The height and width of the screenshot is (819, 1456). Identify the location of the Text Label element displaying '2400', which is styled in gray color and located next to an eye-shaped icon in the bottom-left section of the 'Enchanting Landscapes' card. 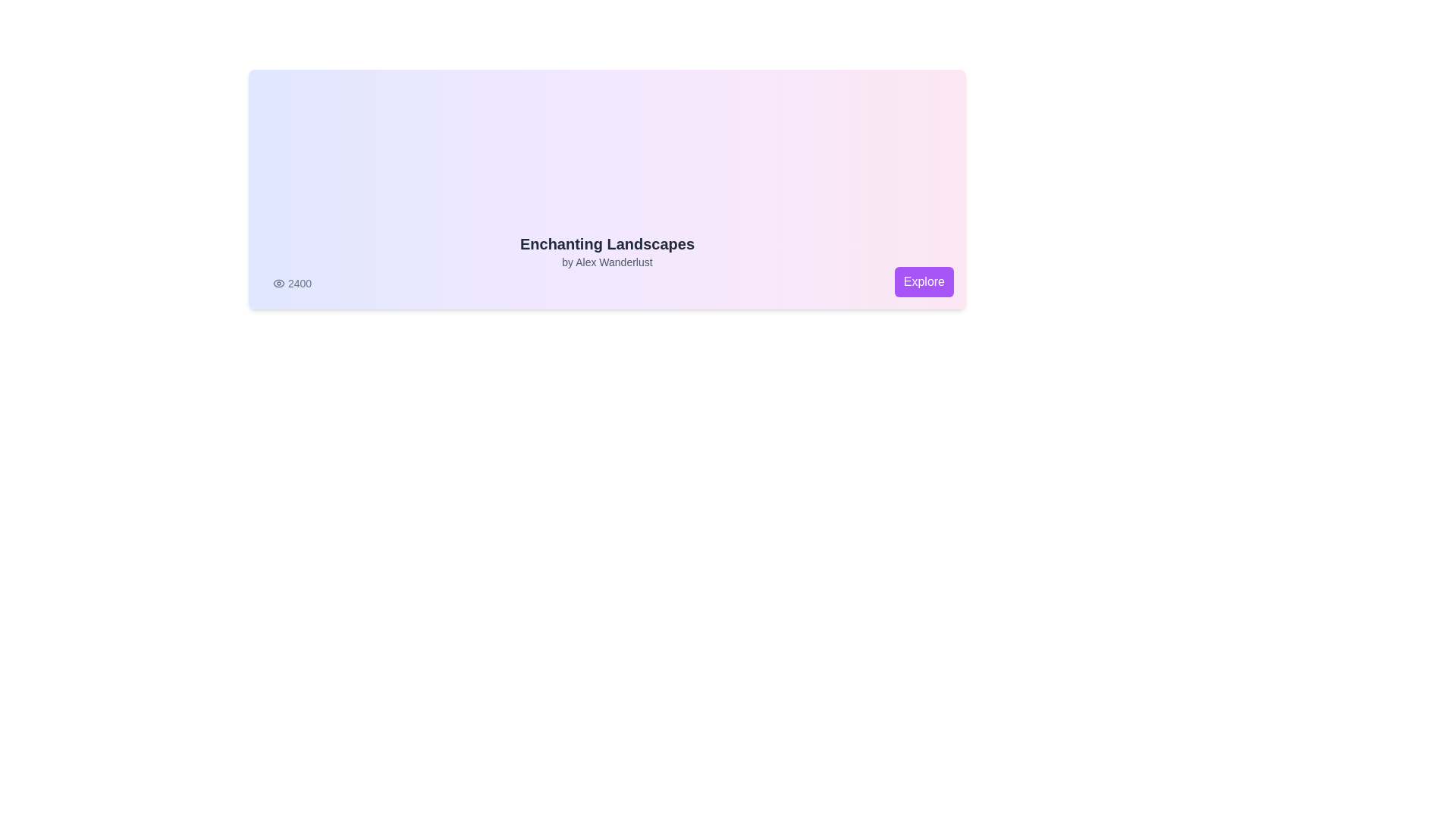
(300, 284).